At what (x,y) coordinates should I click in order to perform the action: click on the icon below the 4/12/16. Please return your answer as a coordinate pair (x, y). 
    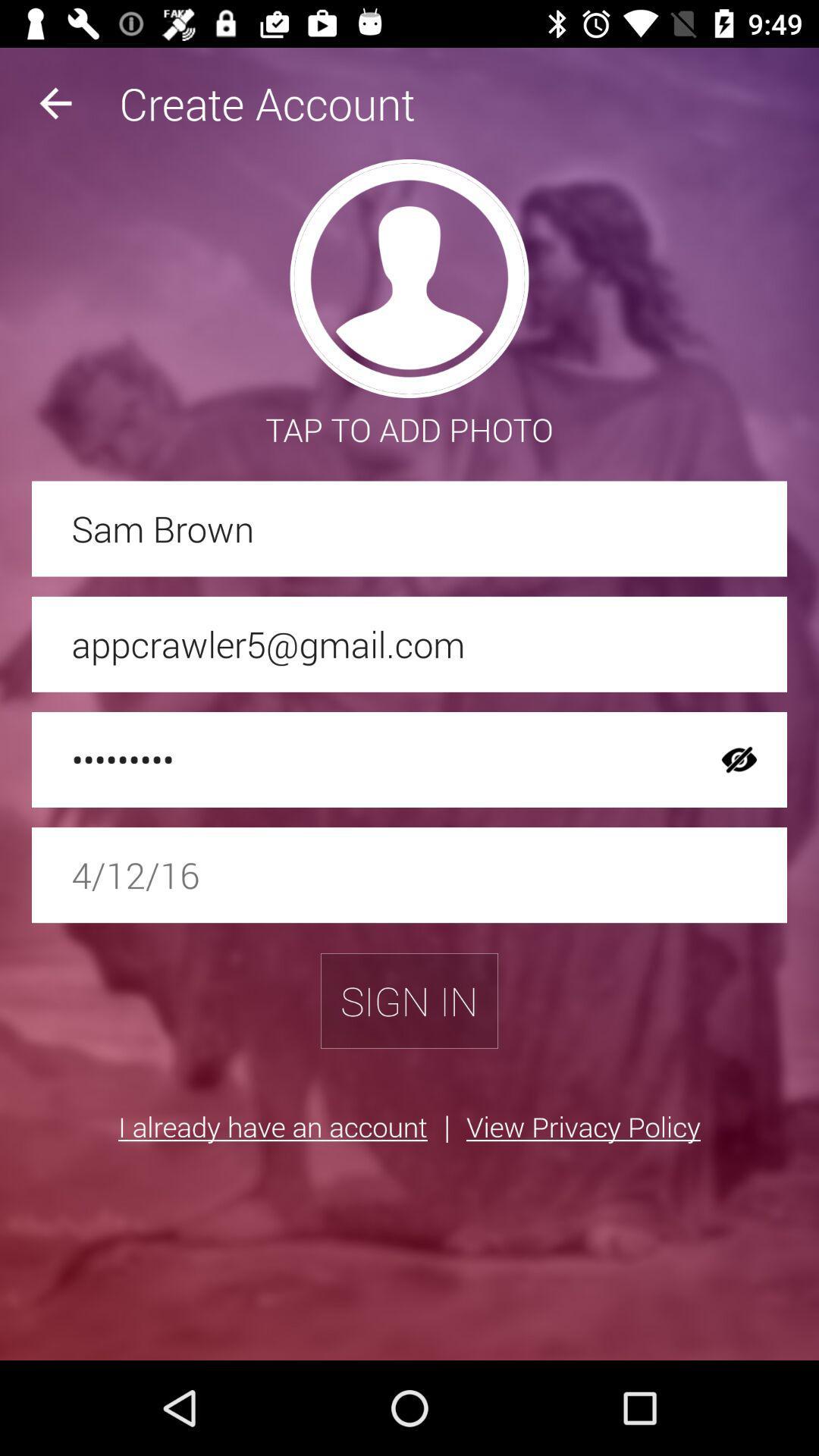
    Looking at the image, I should click on (409, 1001).